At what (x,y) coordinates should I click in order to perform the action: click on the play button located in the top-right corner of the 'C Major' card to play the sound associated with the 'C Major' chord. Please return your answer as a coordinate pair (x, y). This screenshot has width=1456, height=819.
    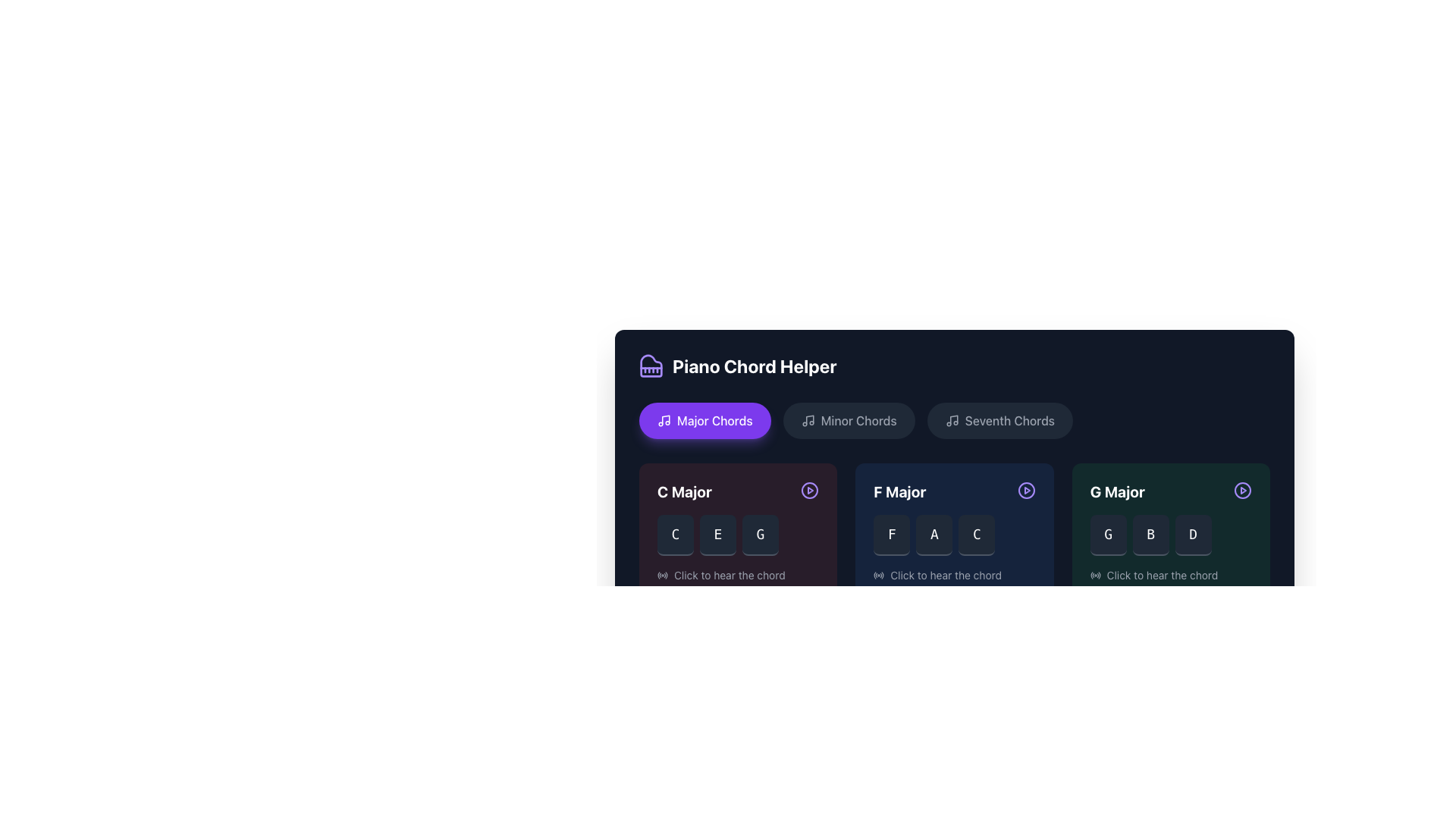
    Looking at the image, I should click on (809, 491).